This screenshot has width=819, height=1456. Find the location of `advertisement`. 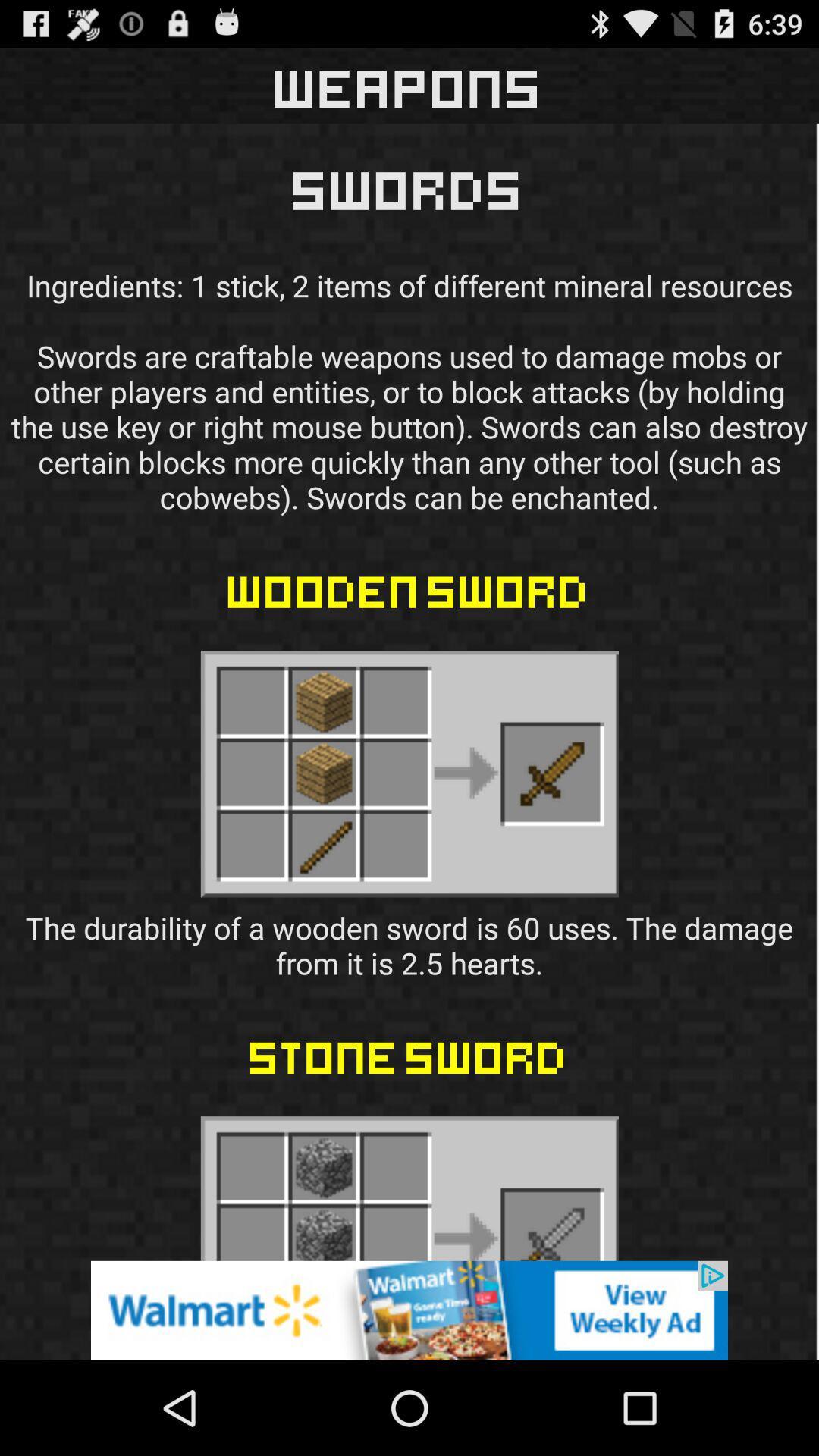

advertisement is located at coordinates (409, 1310).